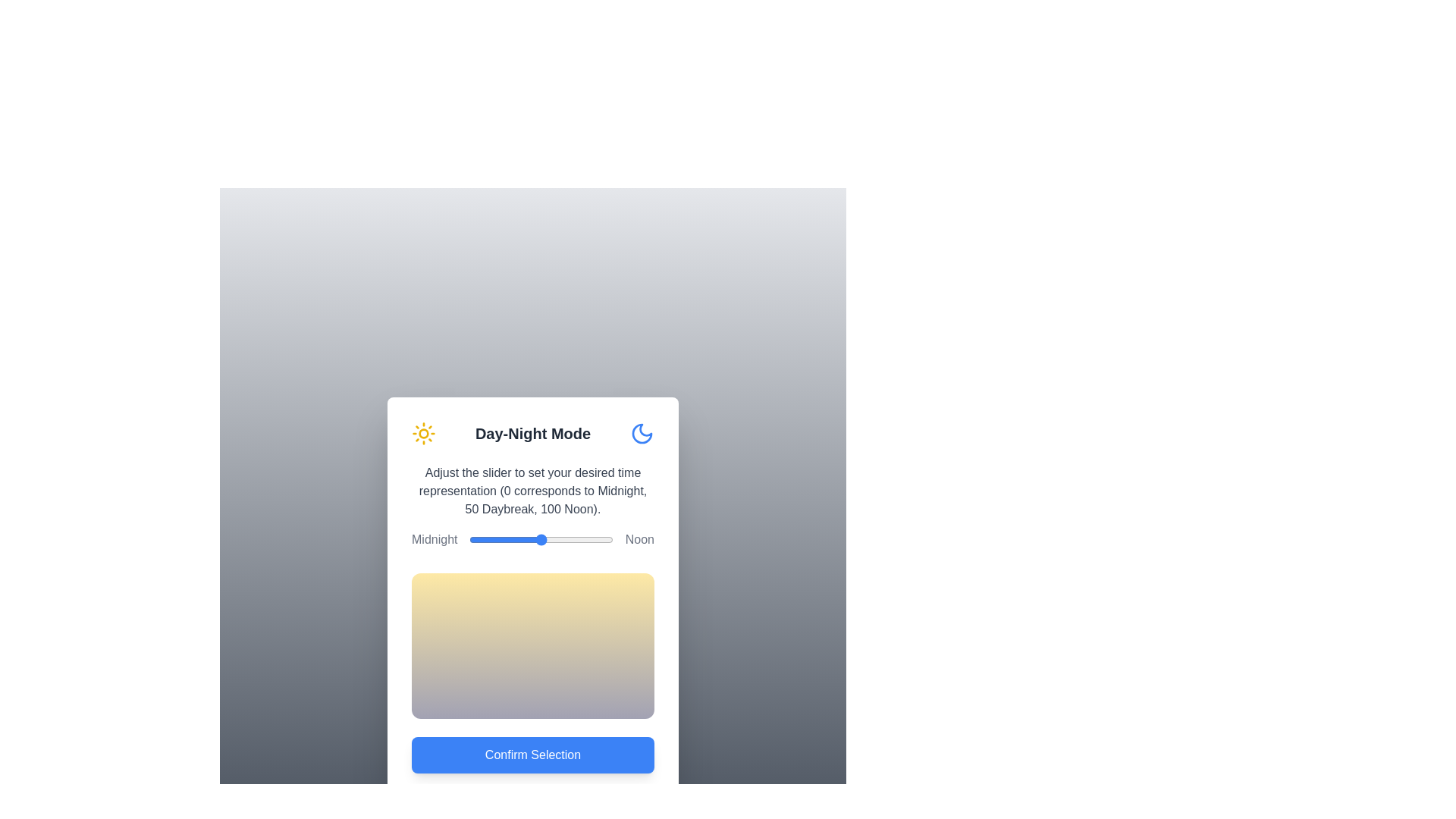 Image resolution: width=1456 pixels, height=819 pixels. I want to click on the slider to set the time representation to 6, so click(477, 539).